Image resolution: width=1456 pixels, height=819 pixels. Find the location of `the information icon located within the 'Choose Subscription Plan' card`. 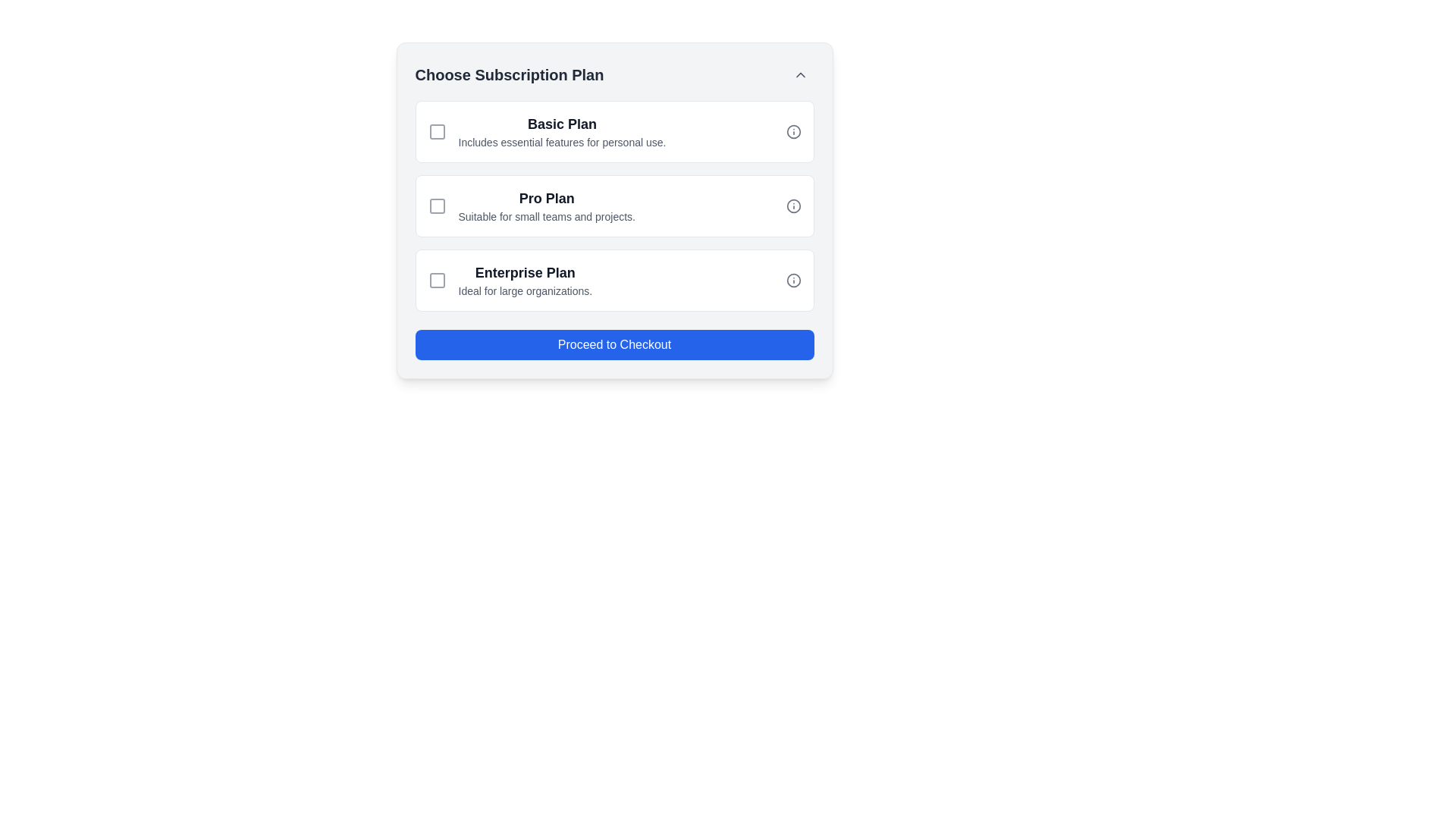

the information icon located within the 'Choose Subscription Plan' card is located at coordinates (614, 206).